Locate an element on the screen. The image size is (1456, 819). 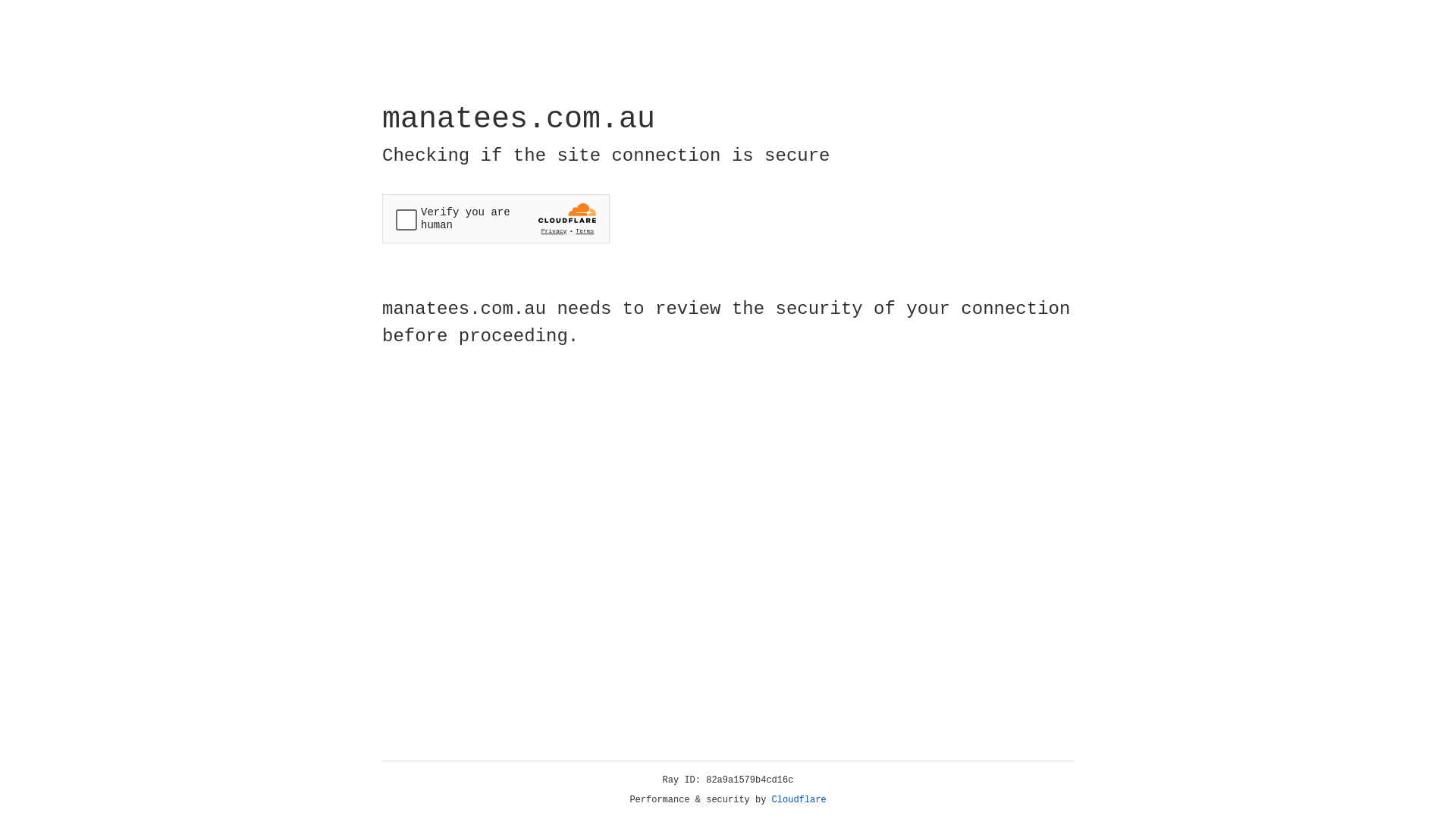
'Cloudflare' is located at coordinates (771, 799).